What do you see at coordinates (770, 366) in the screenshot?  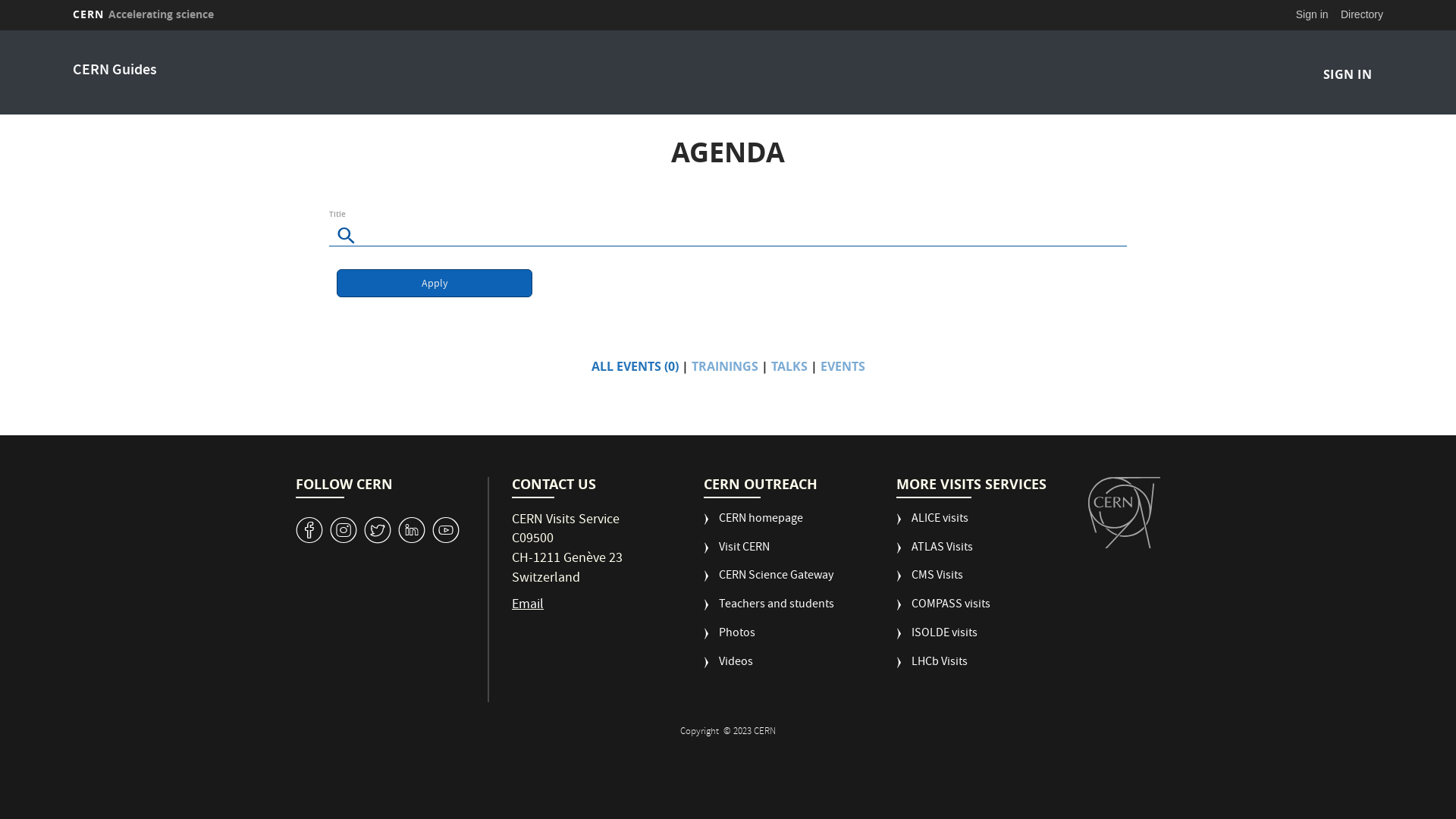 I see `'TALKS'` at bounding box center [770, 366].